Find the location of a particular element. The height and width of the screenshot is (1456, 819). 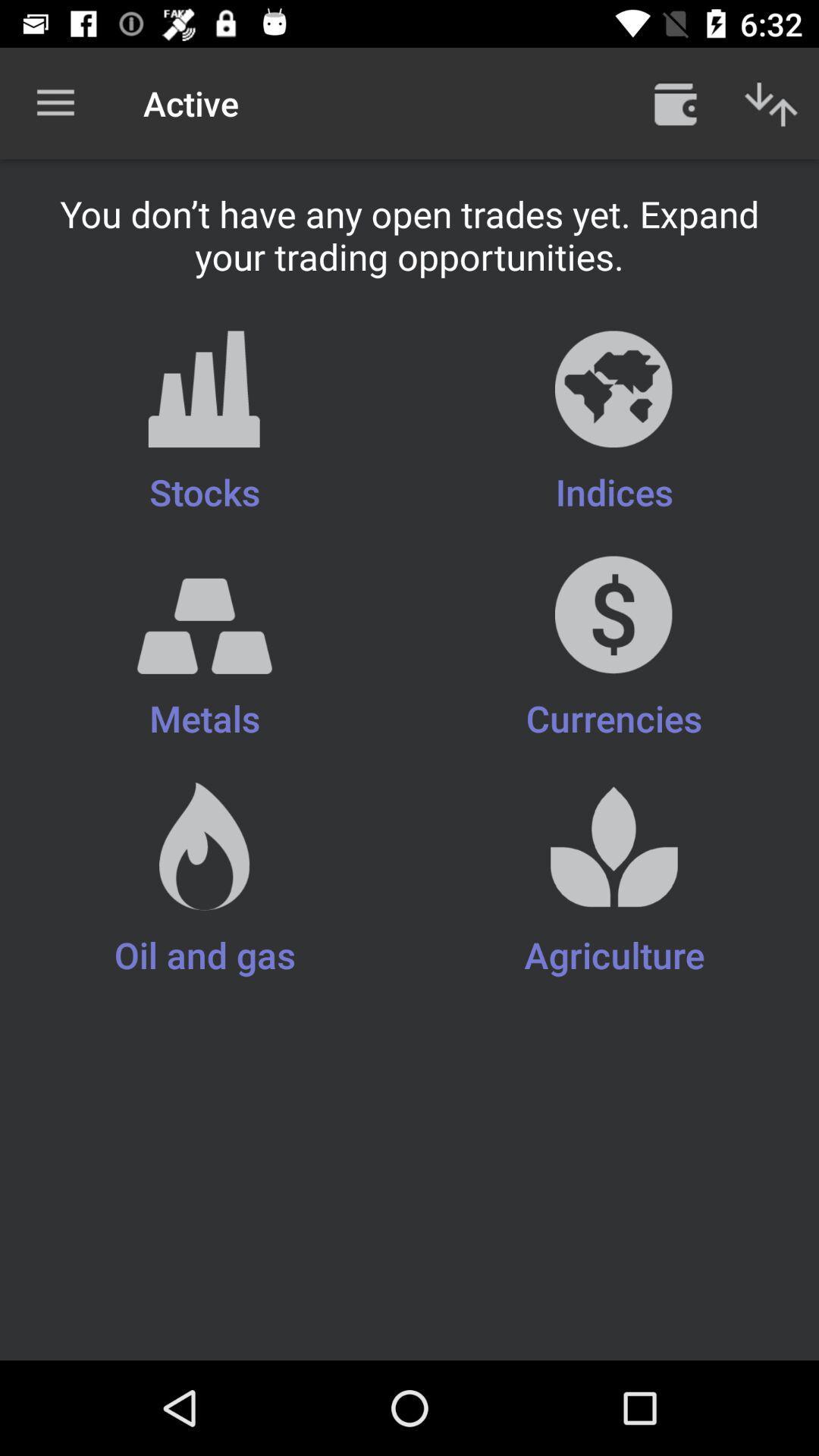

currencies is located at coordinates (614, 649).